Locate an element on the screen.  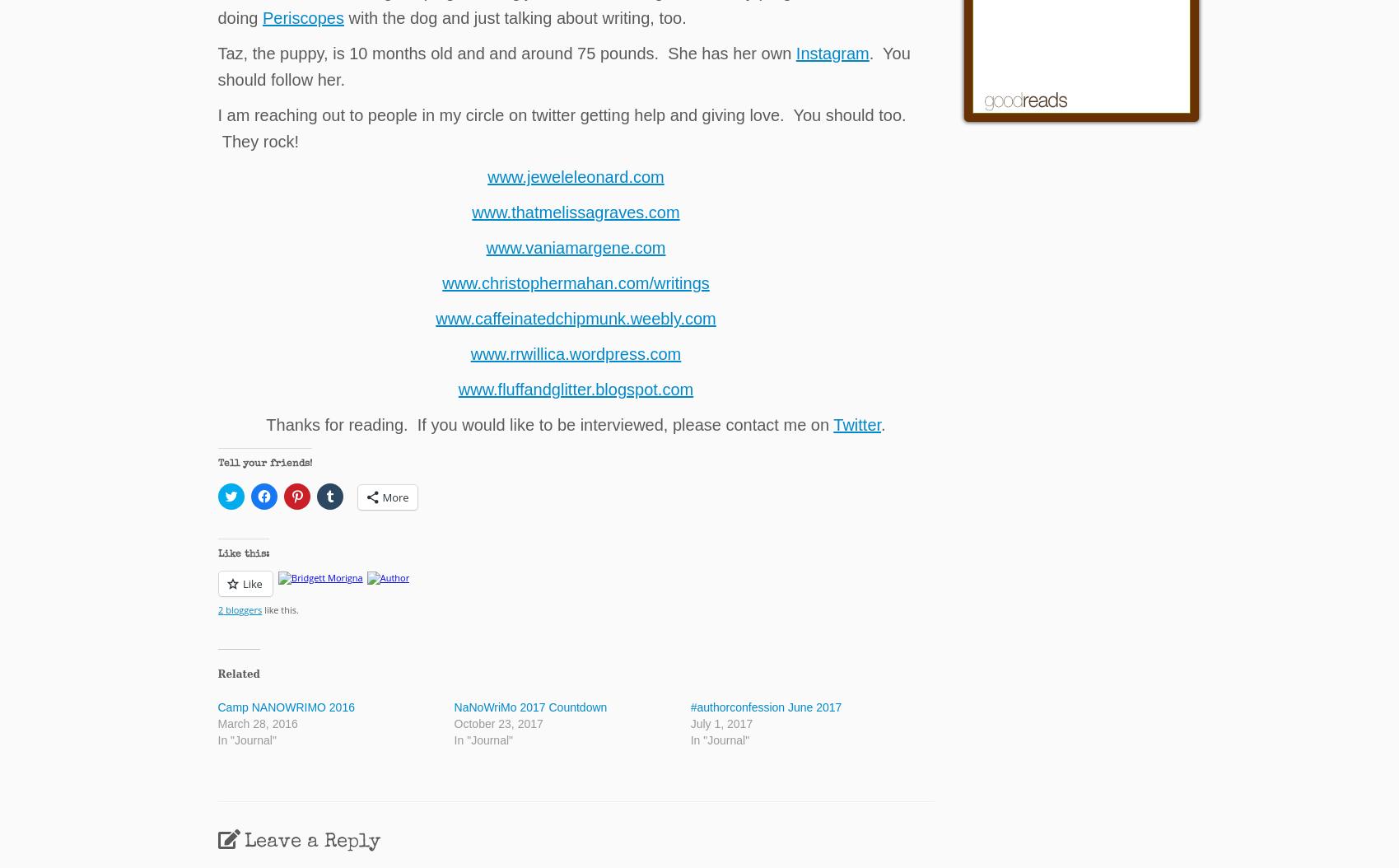
'Thanks for reading.  If you would like to be interviewed, please contact me on' is located at coordinates (548, 424).